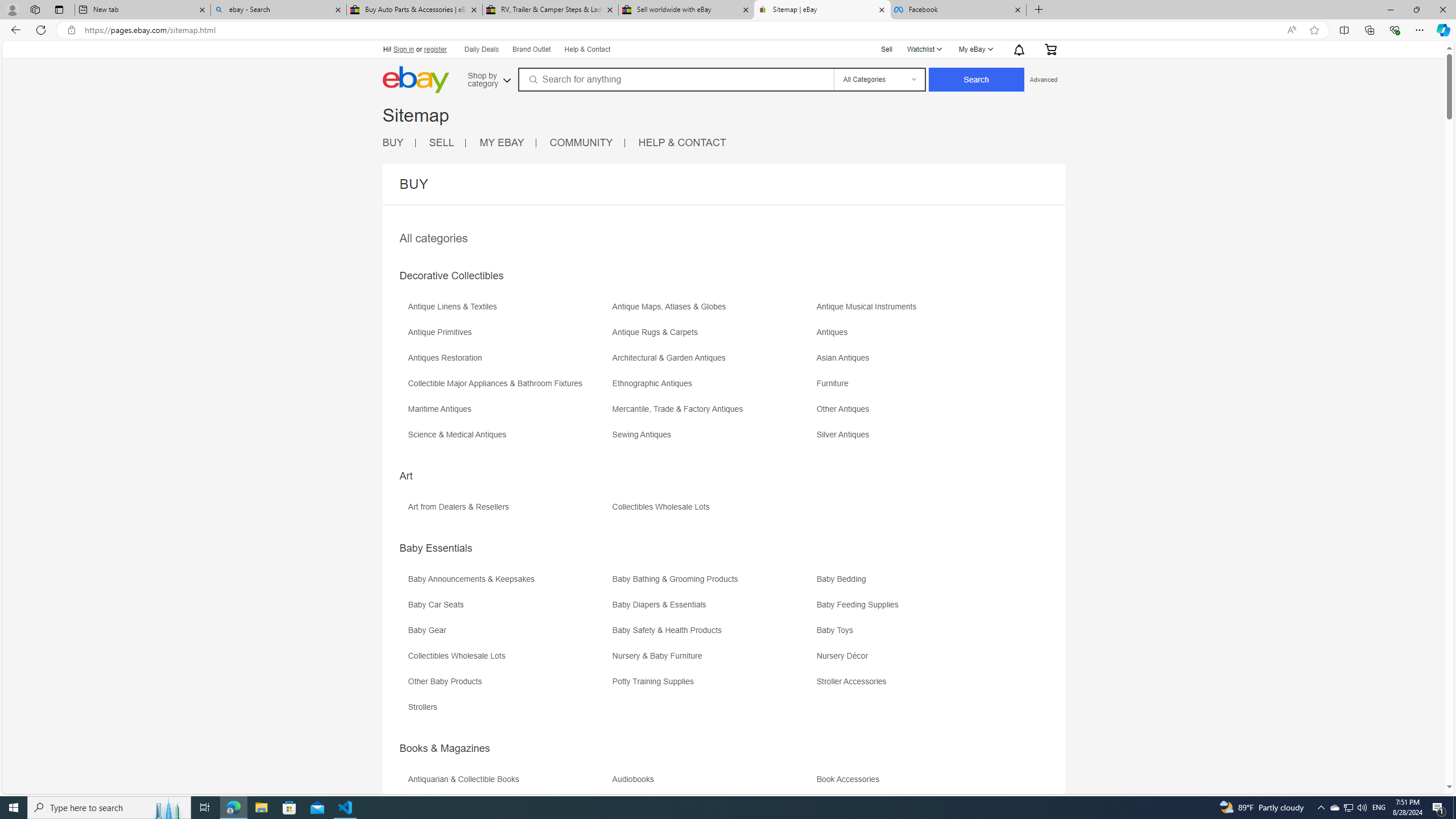 Image resolution: width=1456 pixels, height=819 pixels. Describe the element at coordinates (679, 409) in the screenshot. I see `'Mercantile, Trade & Factory Antiques'` at that location.